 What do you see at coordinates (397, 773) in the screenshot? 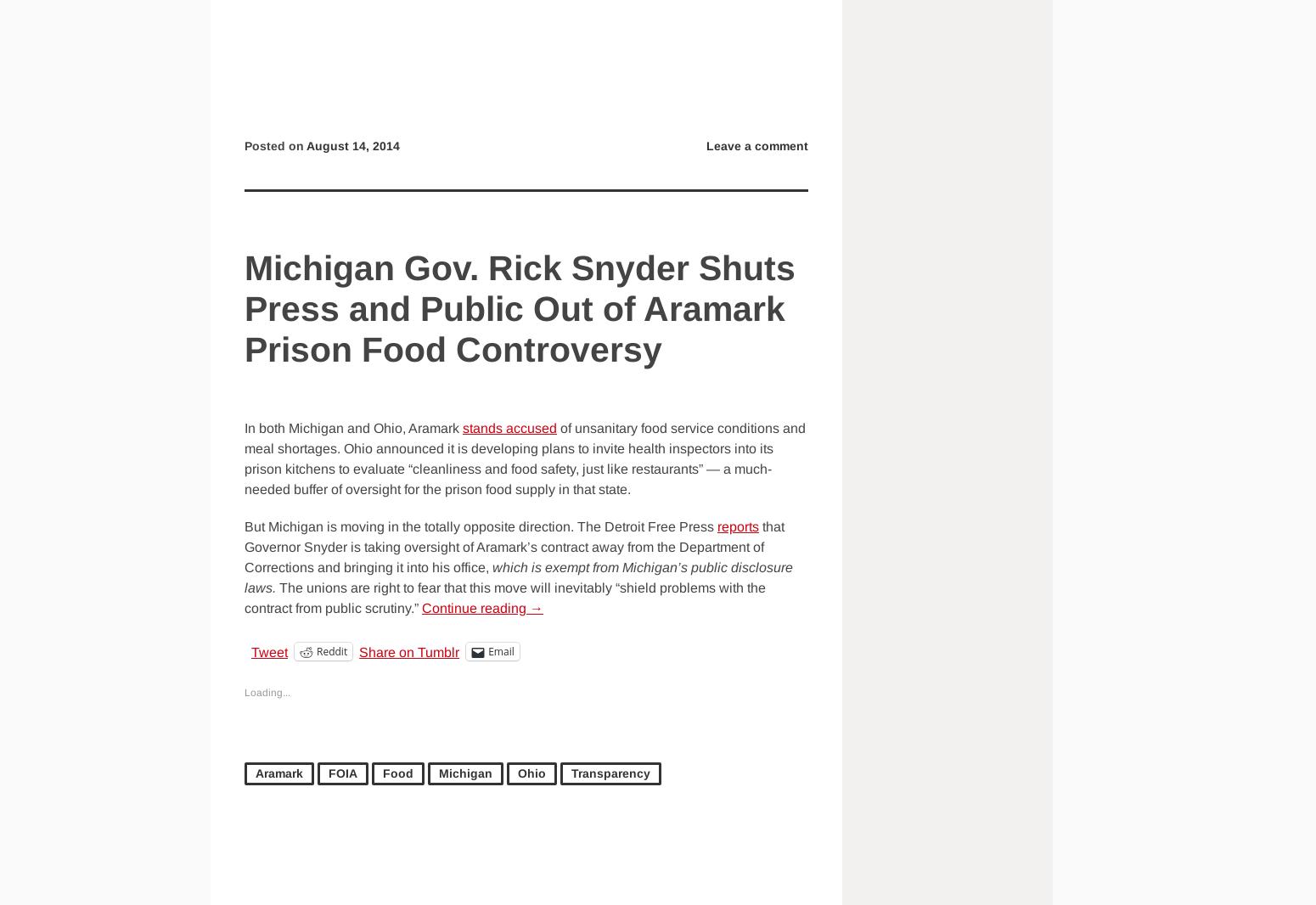
I see `'Food'` at bounding box center [397, 773].